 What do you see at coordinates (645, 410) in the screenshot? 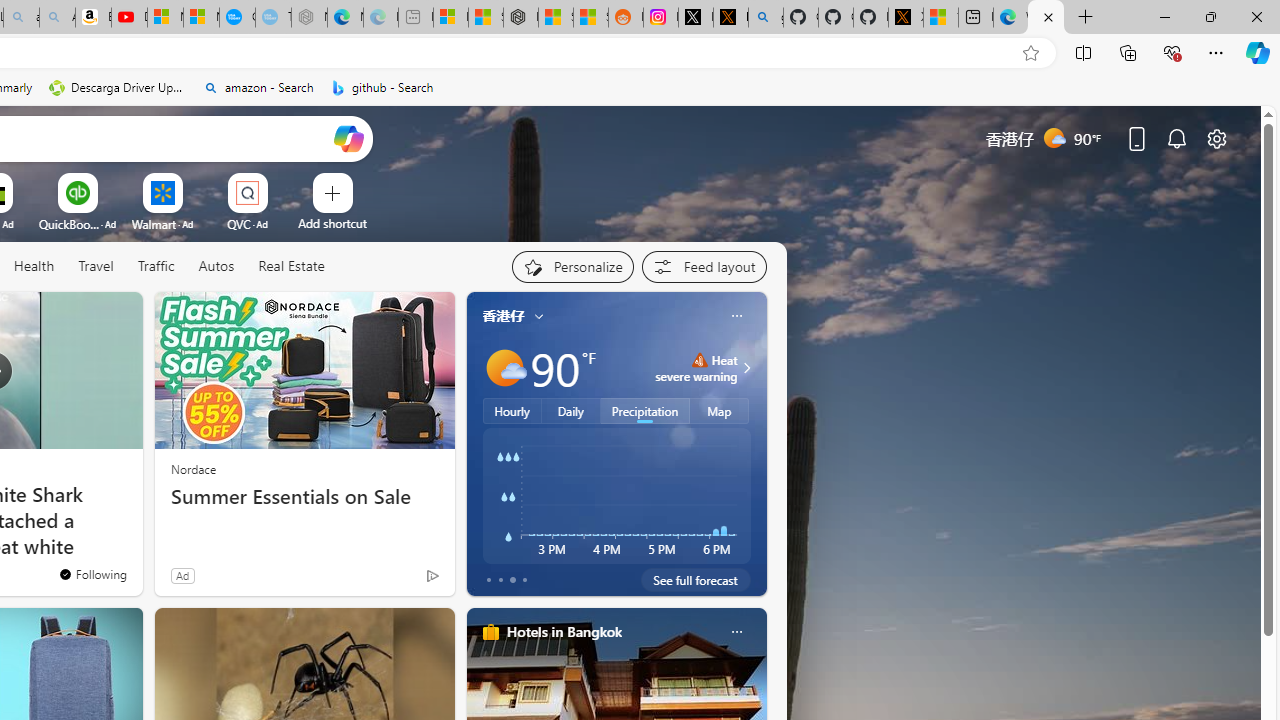
I see `'Precipitation'` at bounding box center [645, 410].